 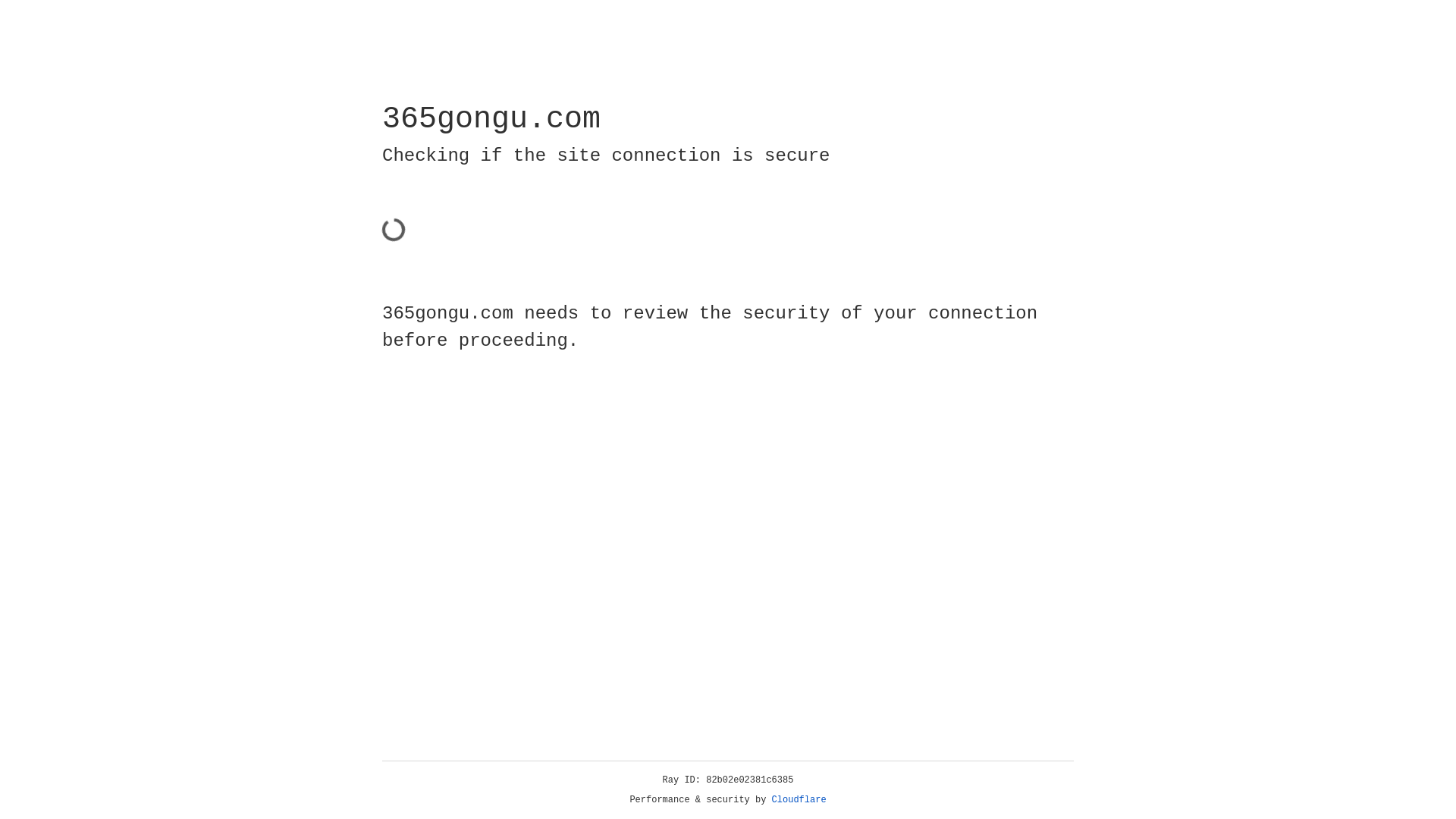 I want to click on 'Cloudflare', so click(x=799, y=799).